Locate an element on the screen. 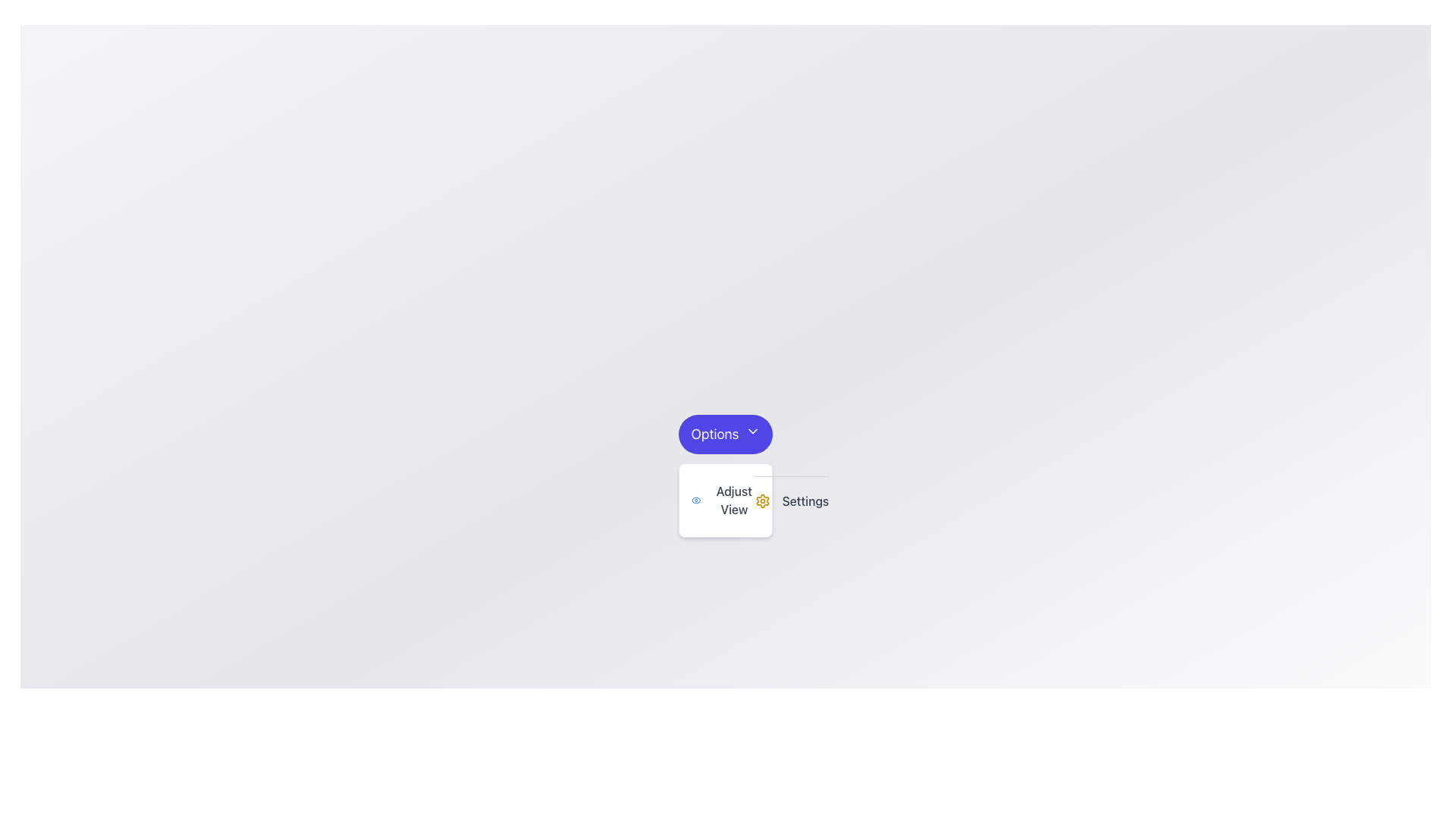  the purple 'Options' button with white text is located at coordinates (724, 435).